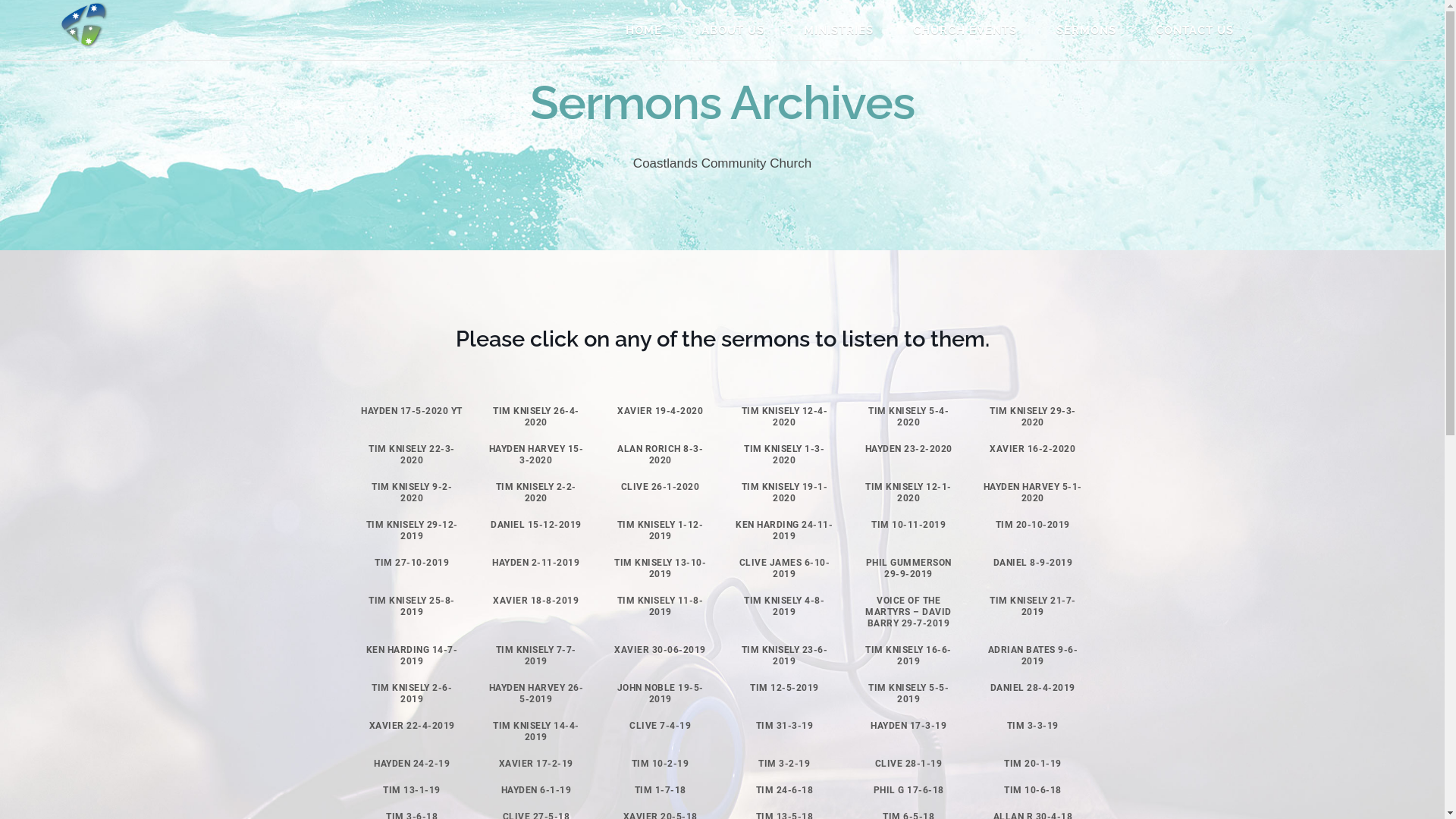 This screenshot has width=1456, height=819. I want to click on 'TIM KNISELY 25-8-2019', so click(411, 605).